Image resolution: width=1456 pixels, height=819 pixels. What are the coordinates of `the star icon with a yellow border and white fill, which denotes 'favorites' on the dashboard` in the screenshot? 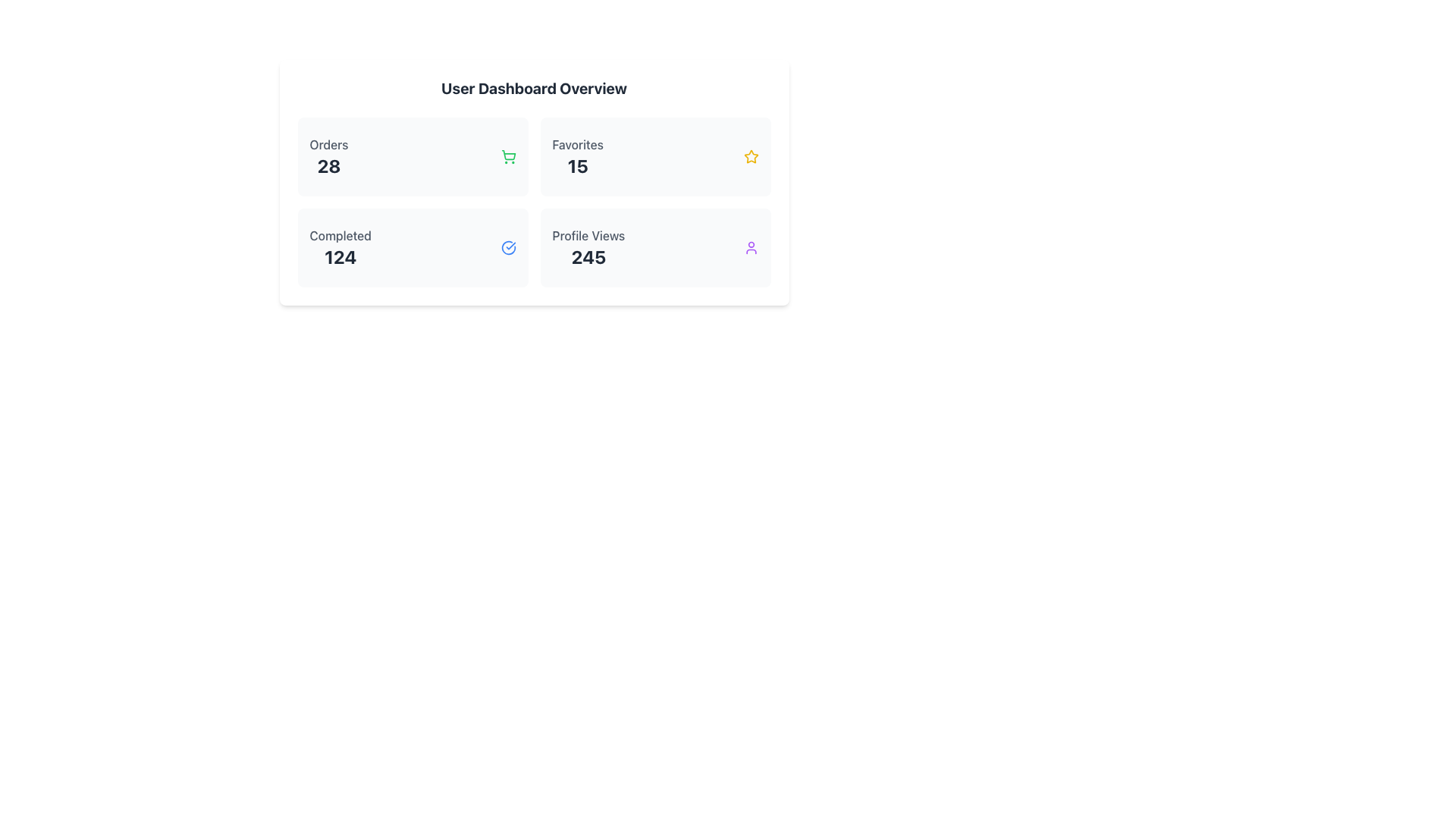 It's located at (751, 156).